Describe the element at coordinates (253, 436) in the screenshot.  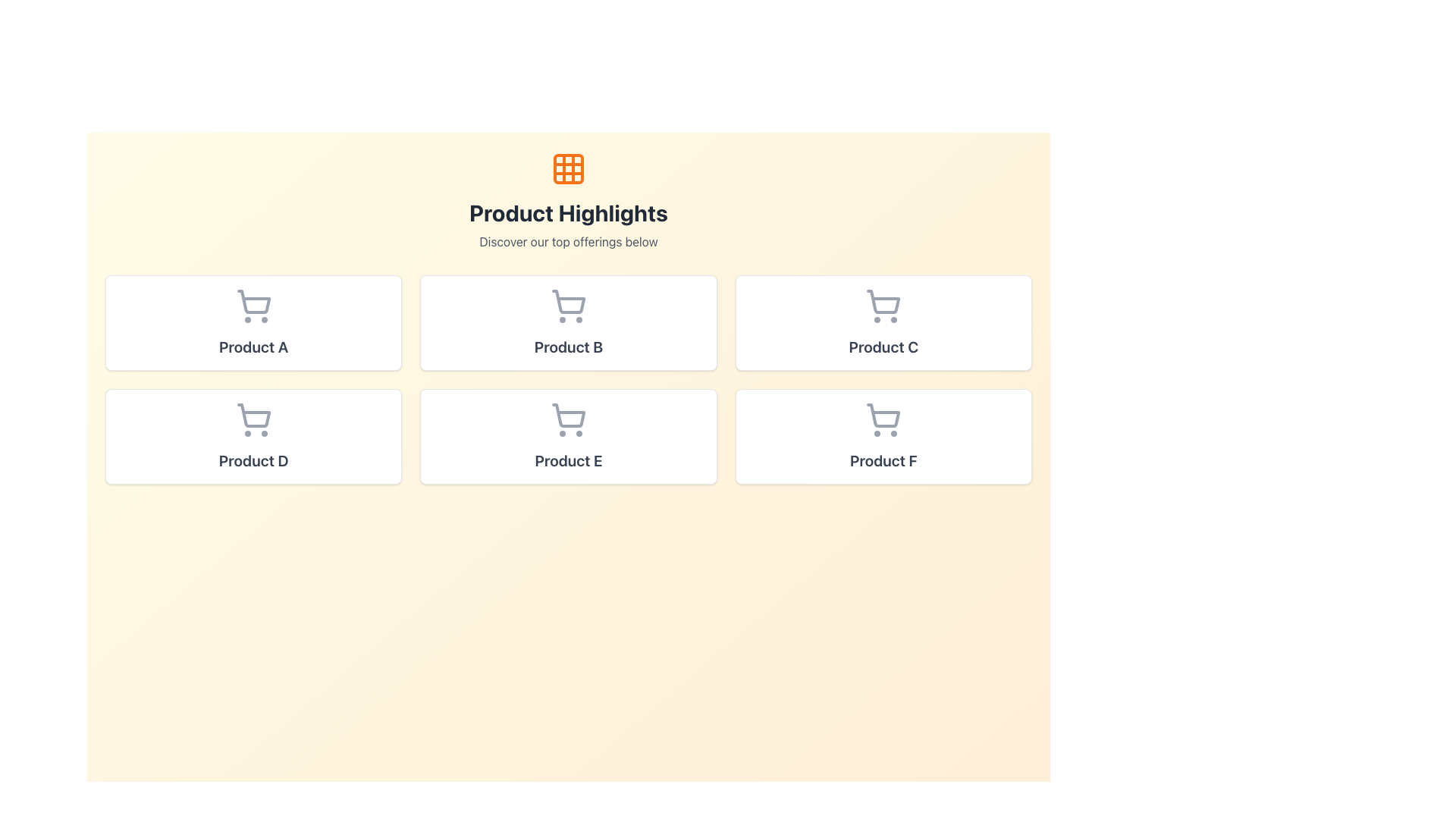
I see `the fourth selectable card for 'Product D' located in the second row and first column of a 3x2 grid layout` at that location.